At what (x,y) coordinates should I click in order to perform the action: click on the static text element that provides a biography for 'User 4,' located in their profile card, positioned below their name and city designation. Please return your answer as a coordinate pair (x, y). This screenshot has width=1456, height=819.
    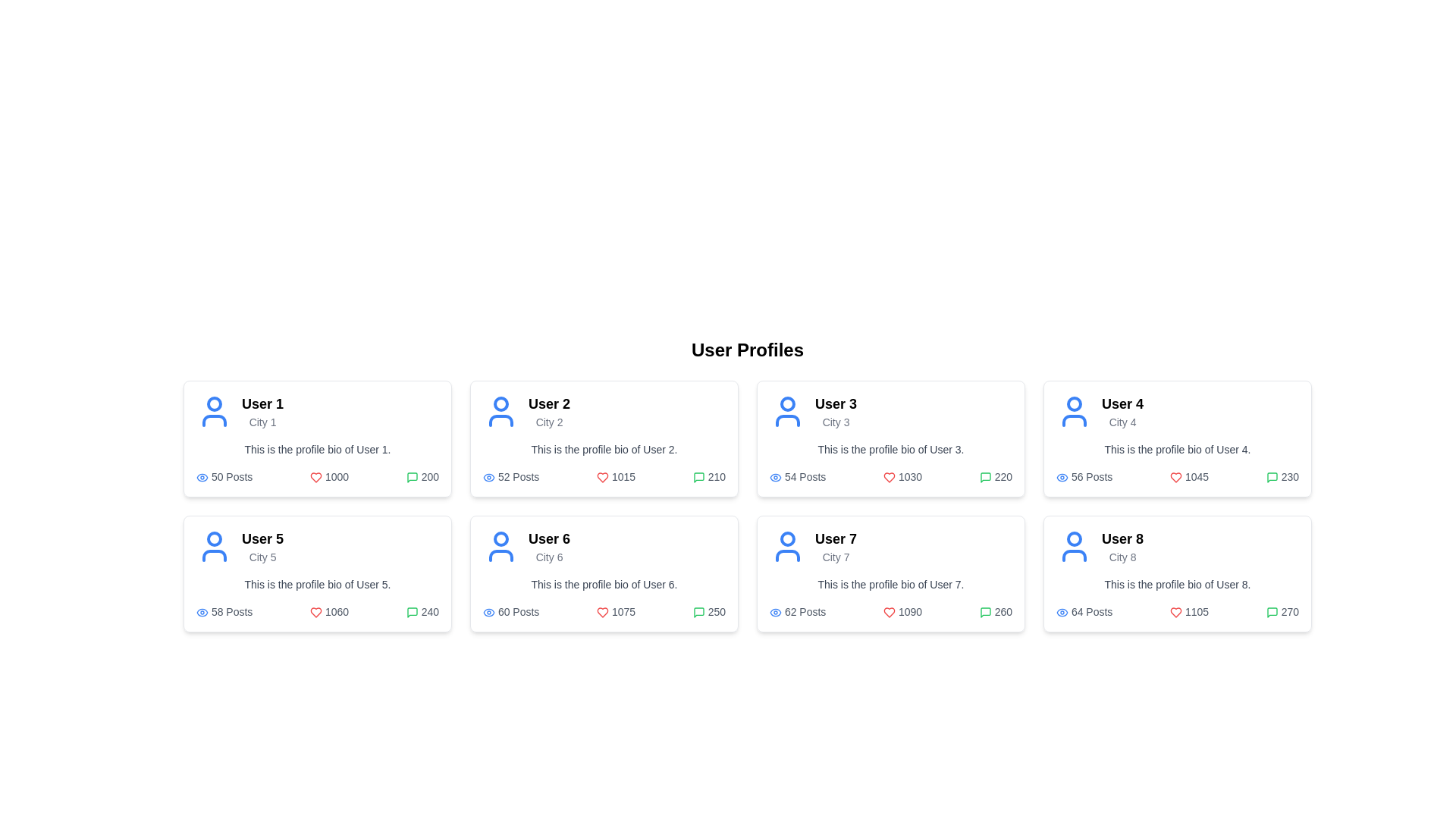
    Looking at the image, I should click on (1177, 449).